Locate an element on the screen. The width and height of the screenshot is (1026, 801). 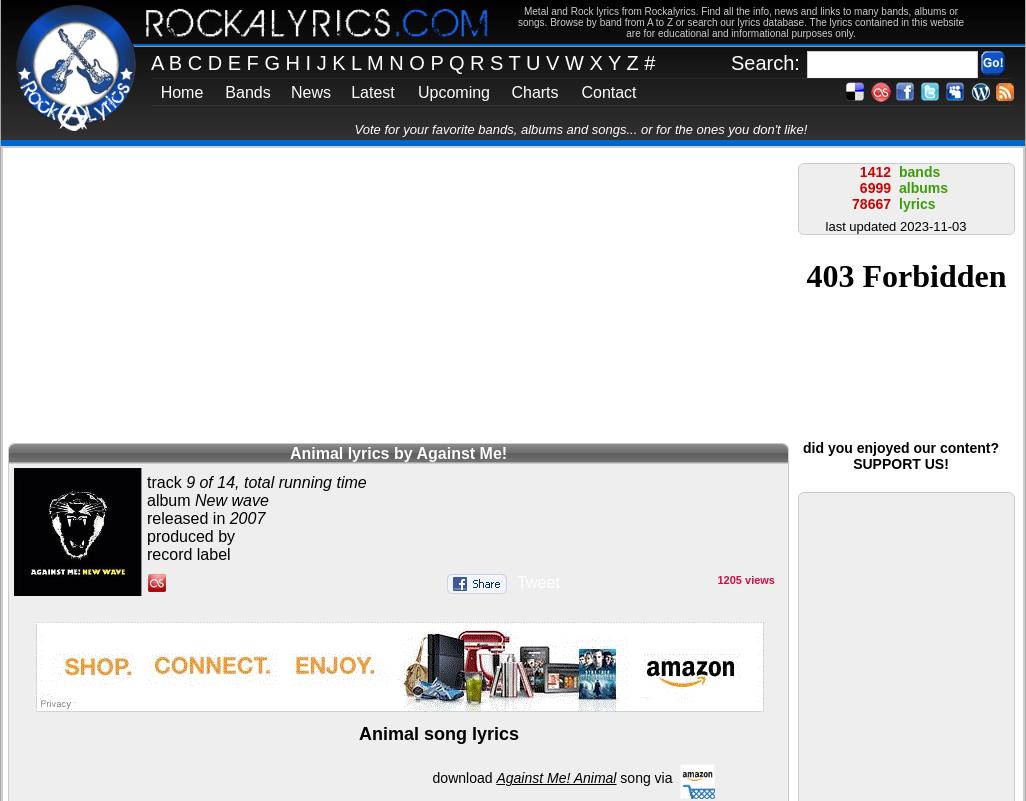
'C' is located at coordinates (186, 62).